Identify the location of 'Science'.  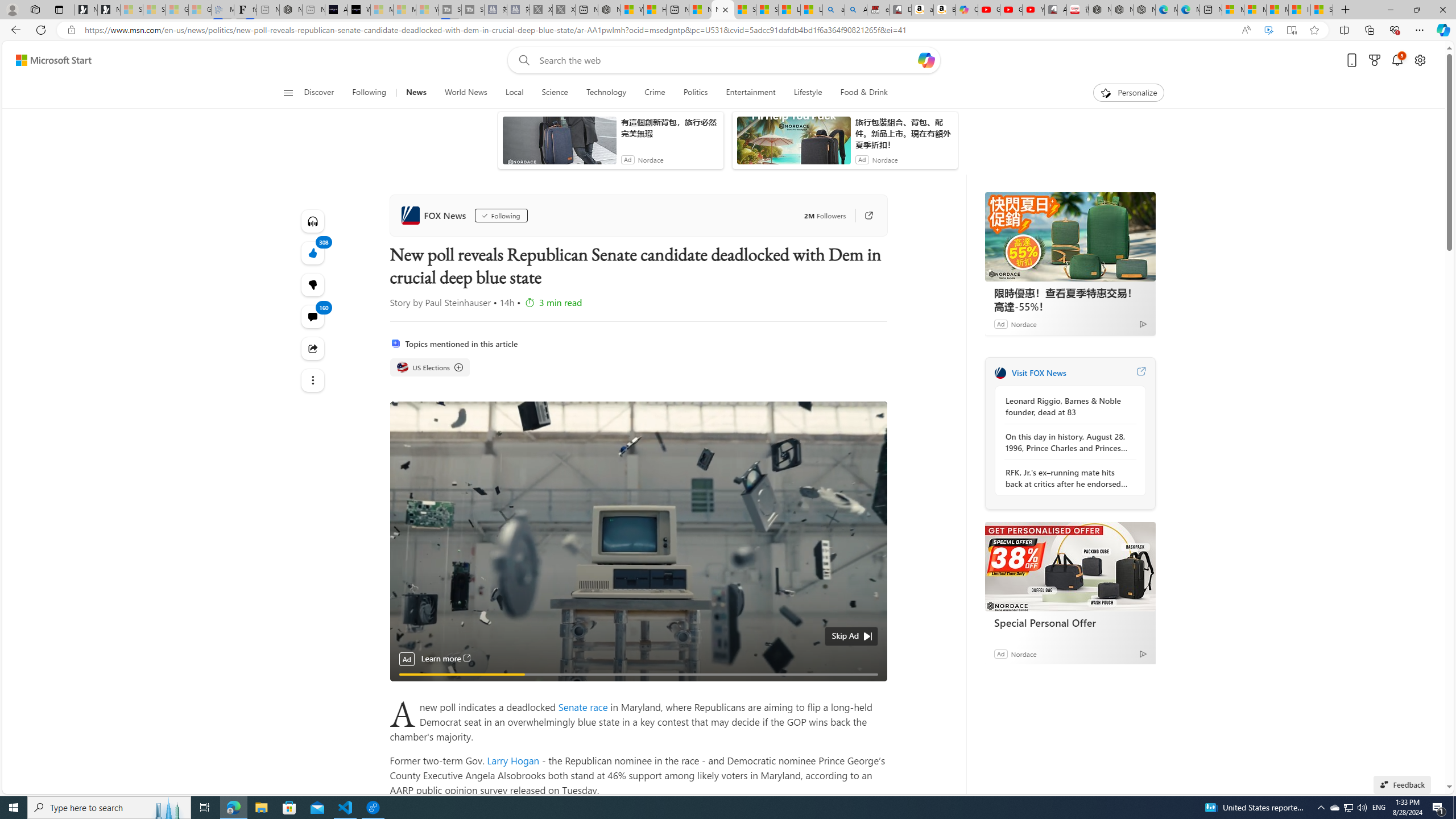
(554, 92).